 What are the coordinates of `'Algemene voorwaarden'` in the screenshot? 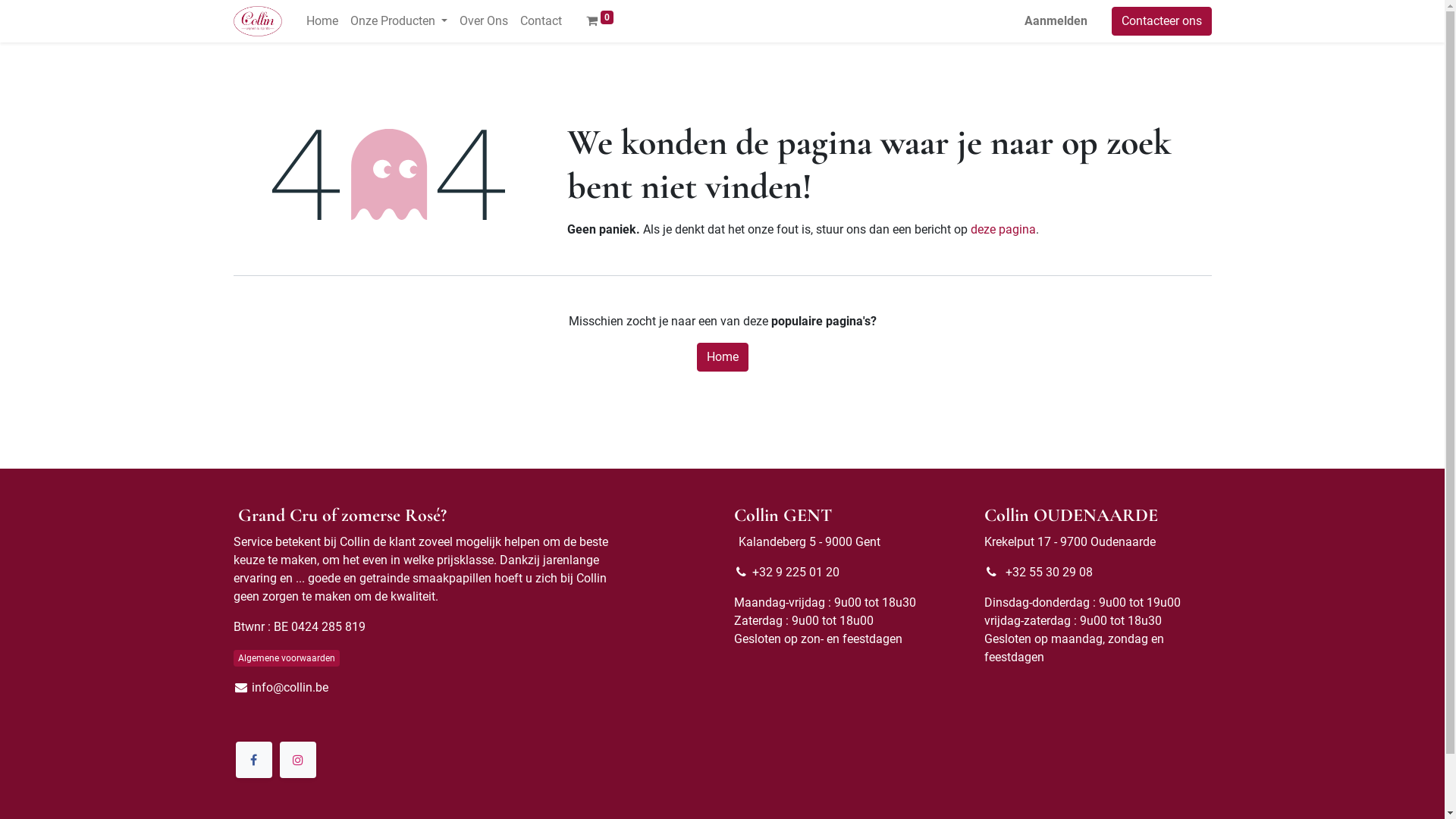 It's located at (232, 657).